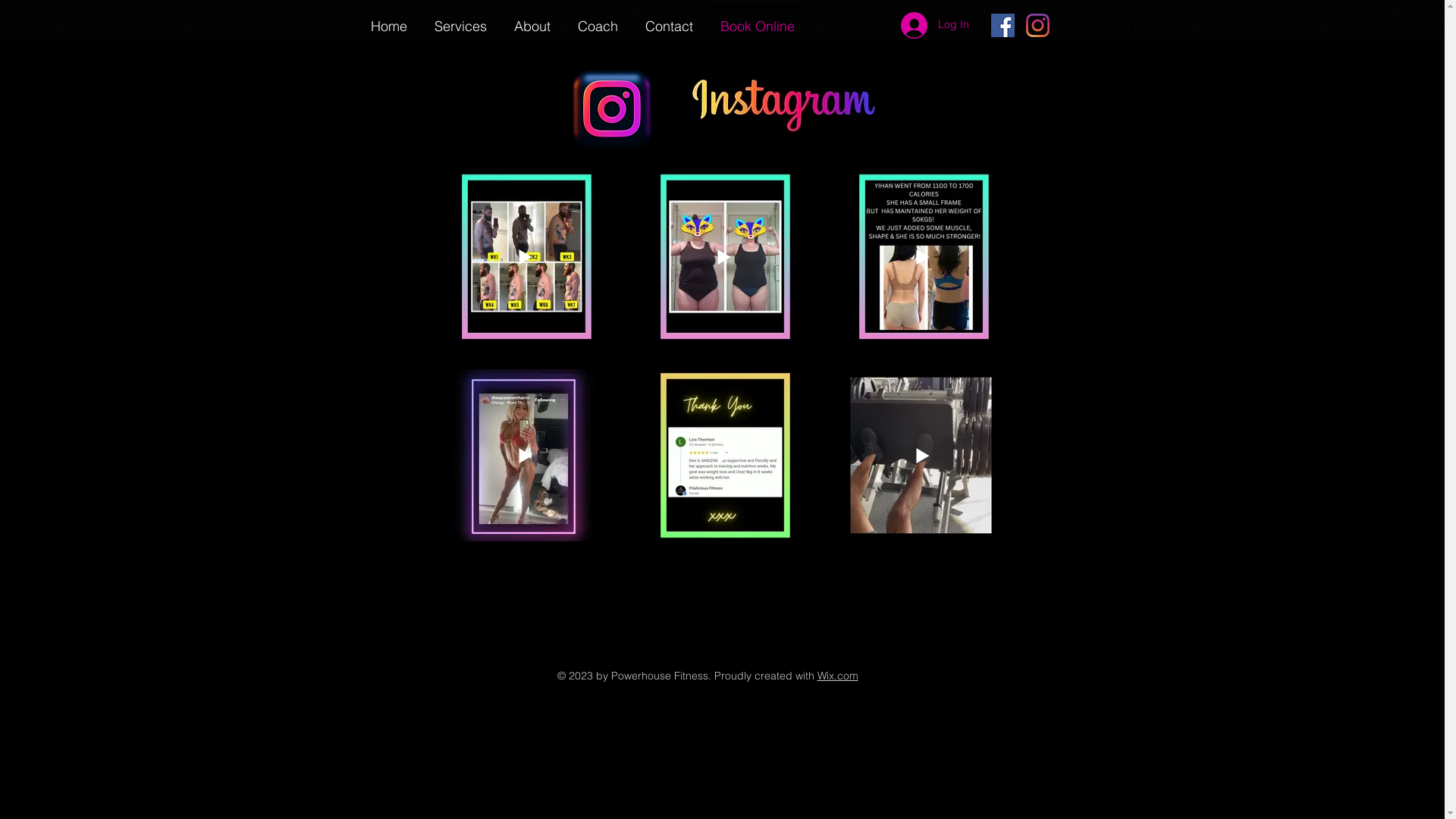 The width and height of the screenshot is (1456, 819). Describe the element at coordinates (667, 20) in the screenshot. I see `'Contact'` at that location.